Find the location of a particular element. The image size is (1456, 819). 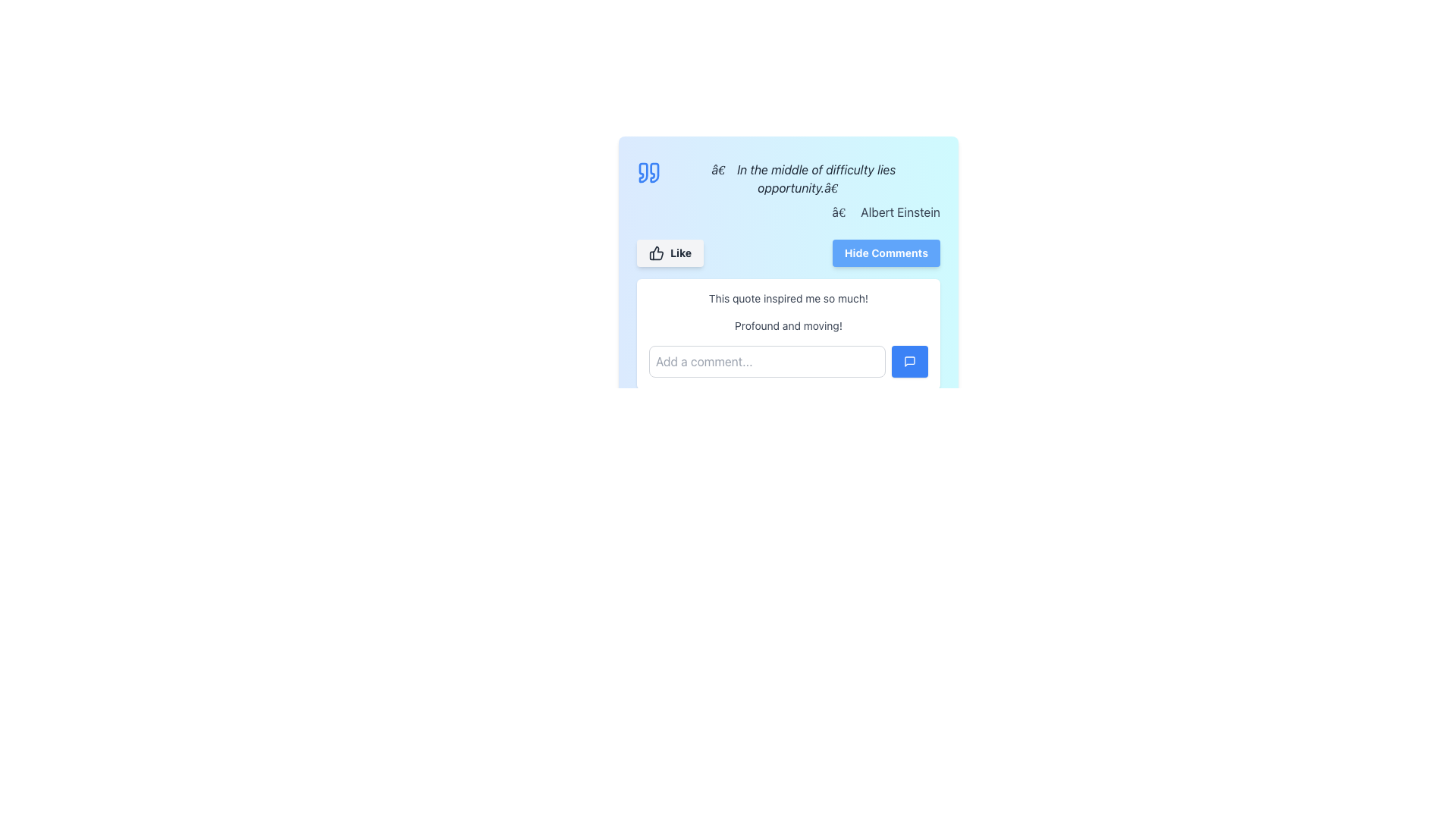

the italicized text display showing a quotation, which is styled in gray and aligned to the left, located adjacent to a blue quotation mark icon is located at coordinates (789, 177).